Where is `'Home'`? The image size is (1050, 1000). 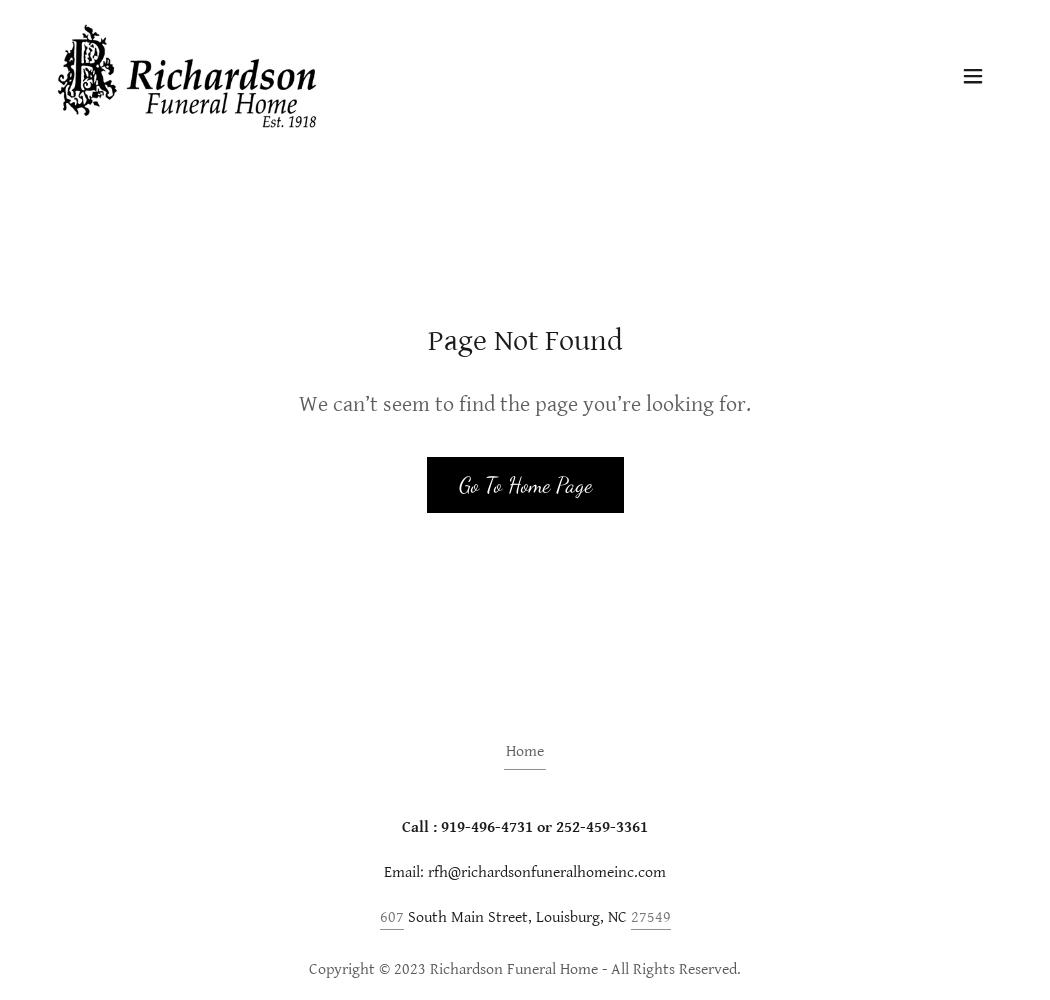
'Home' is located at coordinates (525, 751).